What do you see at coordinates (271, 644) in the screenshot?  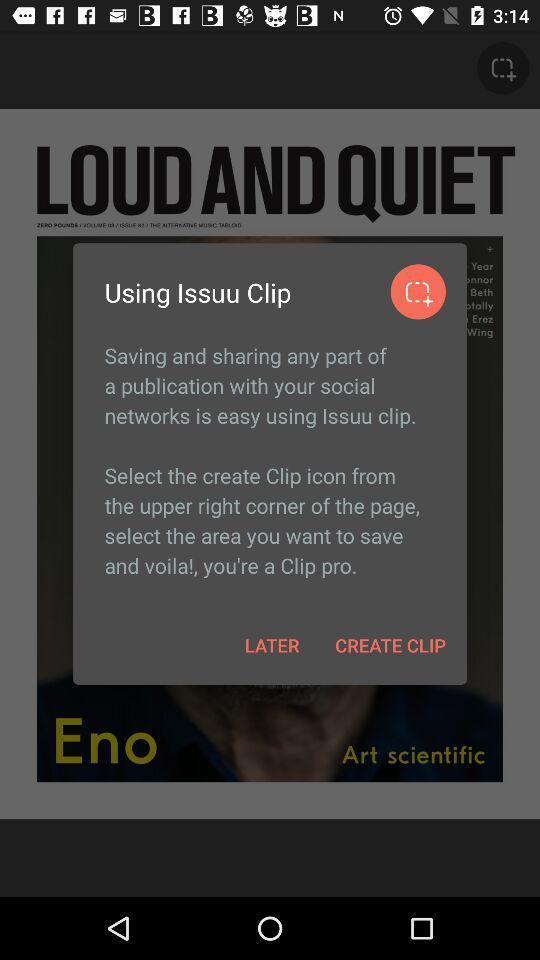 I see `the item to the left of the create clip icon` at bounding box center [271, 644].